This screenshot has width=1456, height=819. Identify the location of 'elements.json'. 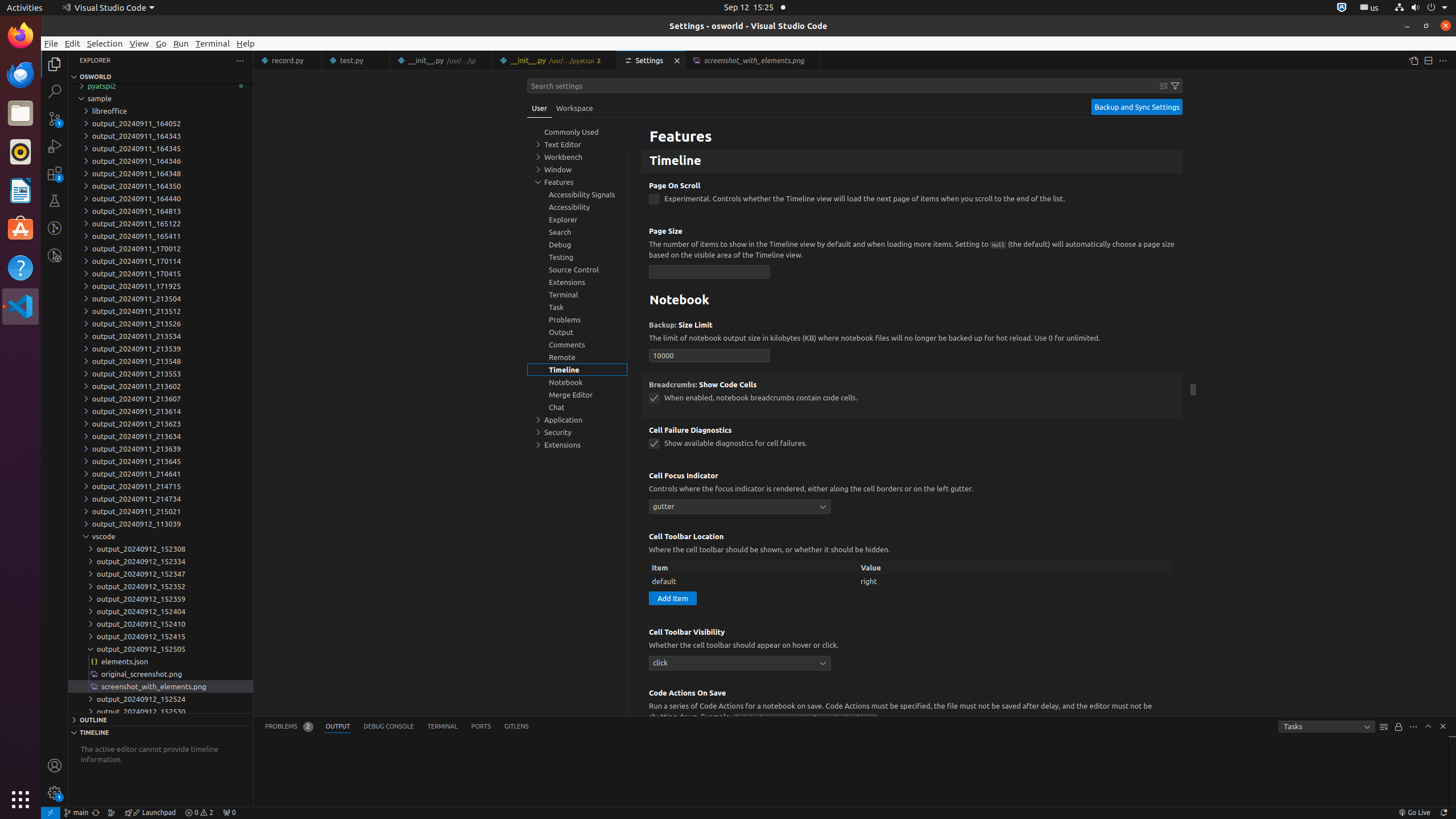
(160, 660).